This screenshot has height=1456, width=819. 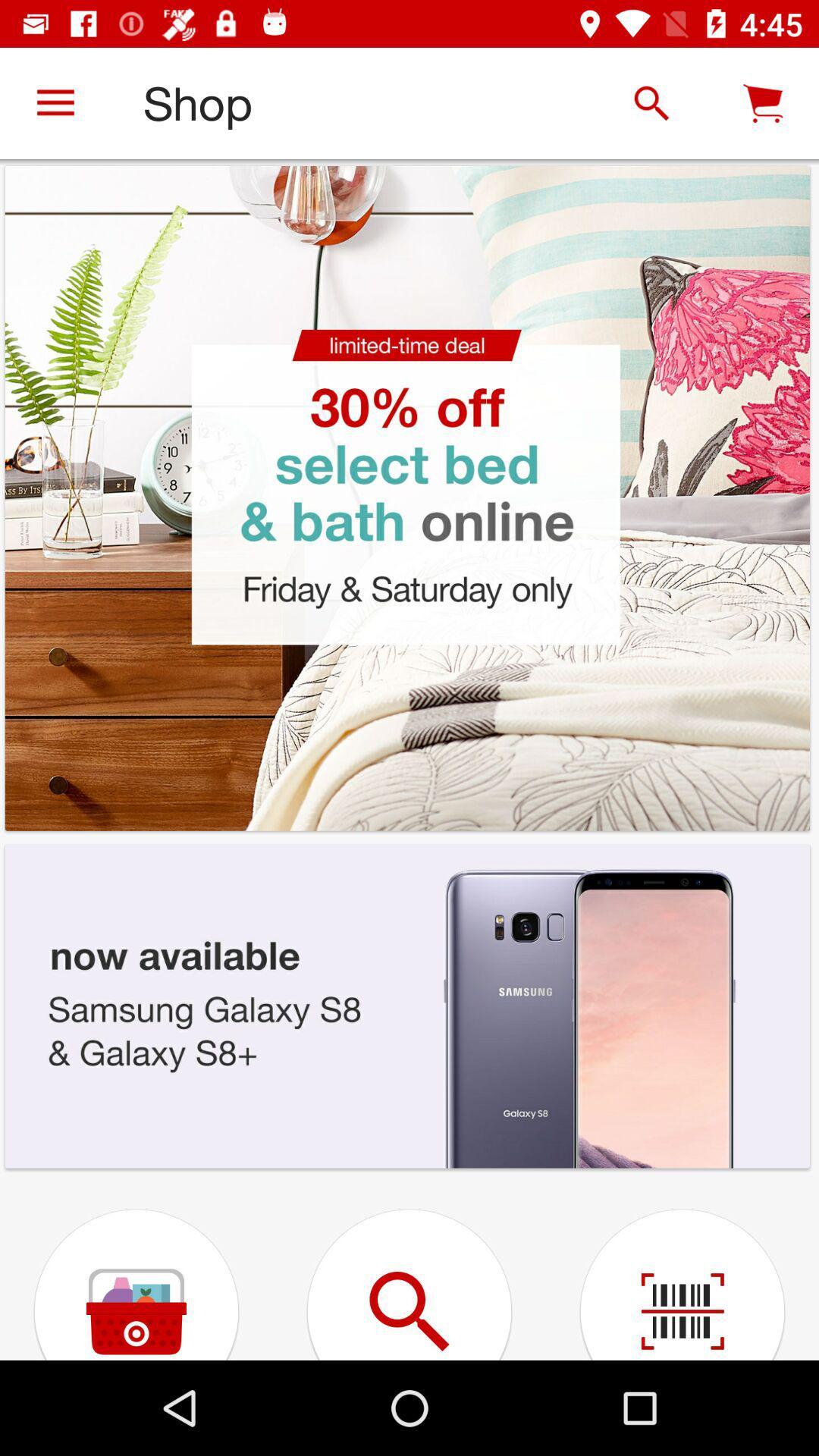 I want to click on the cart icon right to the search icon, so click(x=763, y=103).